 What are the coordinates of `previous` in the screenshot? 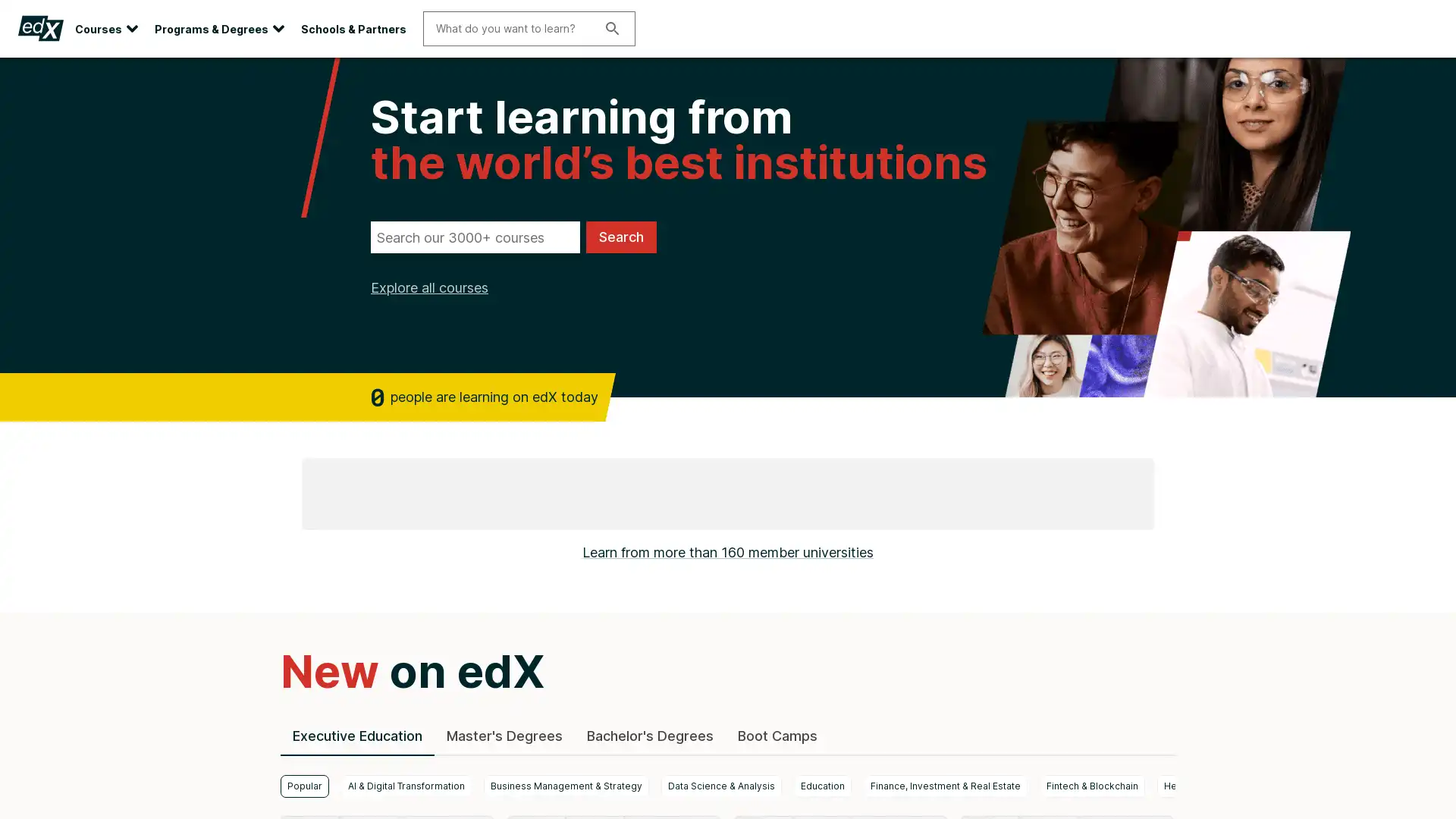 It's located at (286, 517).